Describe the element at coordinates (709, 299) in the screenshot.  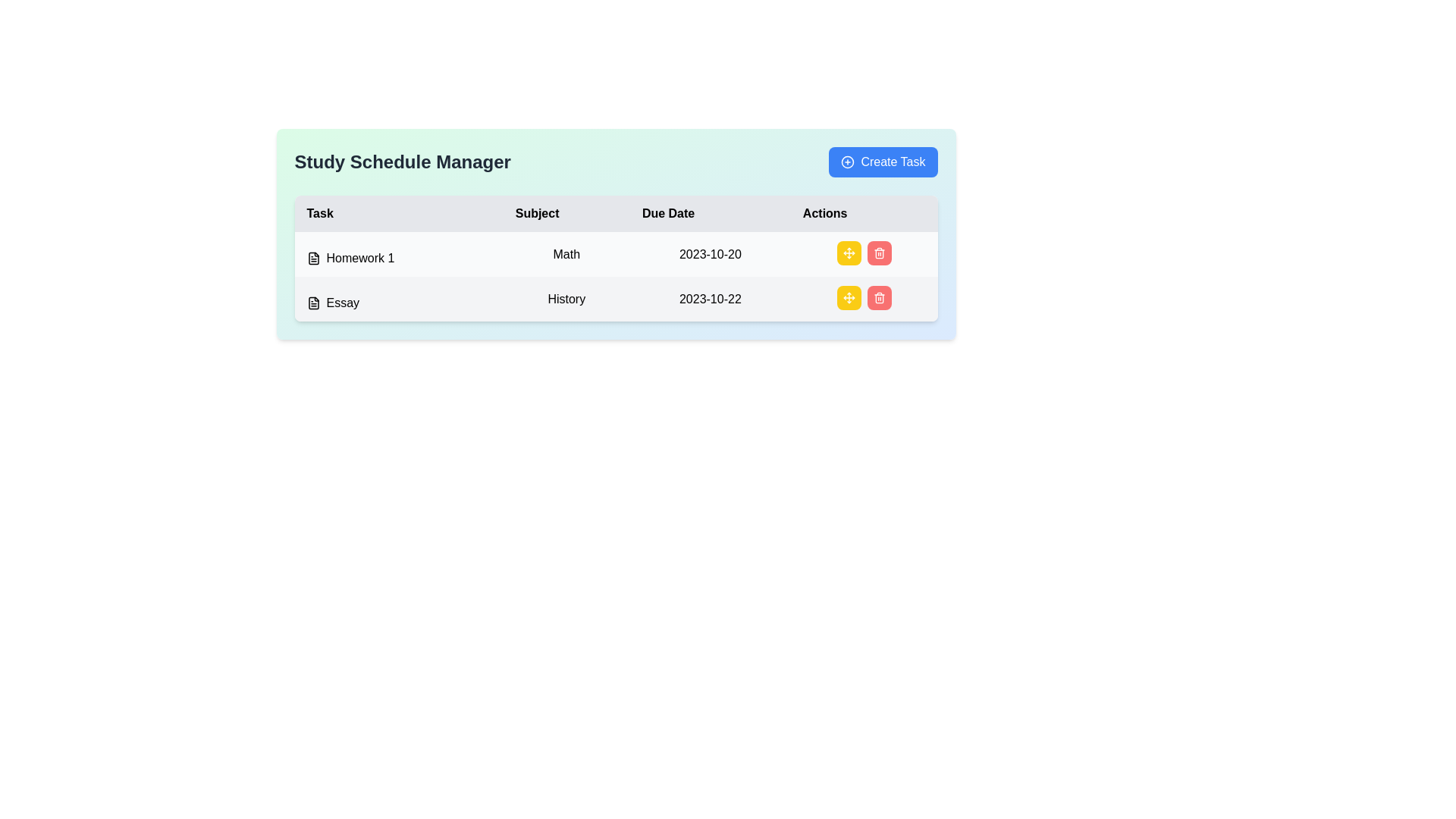
I see `date displayed in the Text label indicating the due date for the task 'History', located in the 'Due Date' column of the table` at that location.